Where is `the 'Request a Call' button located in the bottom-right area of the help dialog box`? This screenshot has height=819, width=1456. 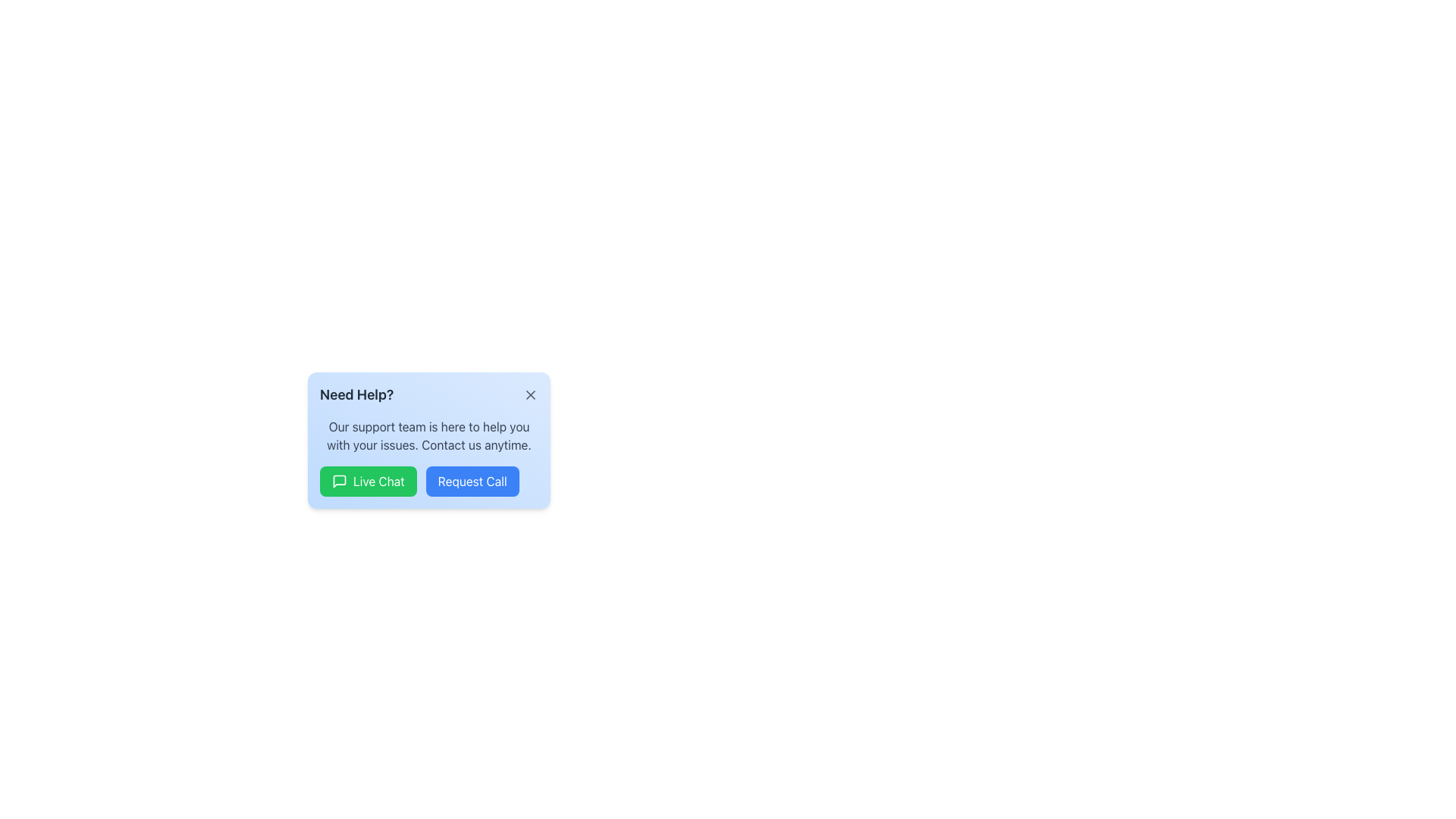
the 'Request a Call' button located in the bottom-right area of the help dialog box is located at coordinates (428, 482).